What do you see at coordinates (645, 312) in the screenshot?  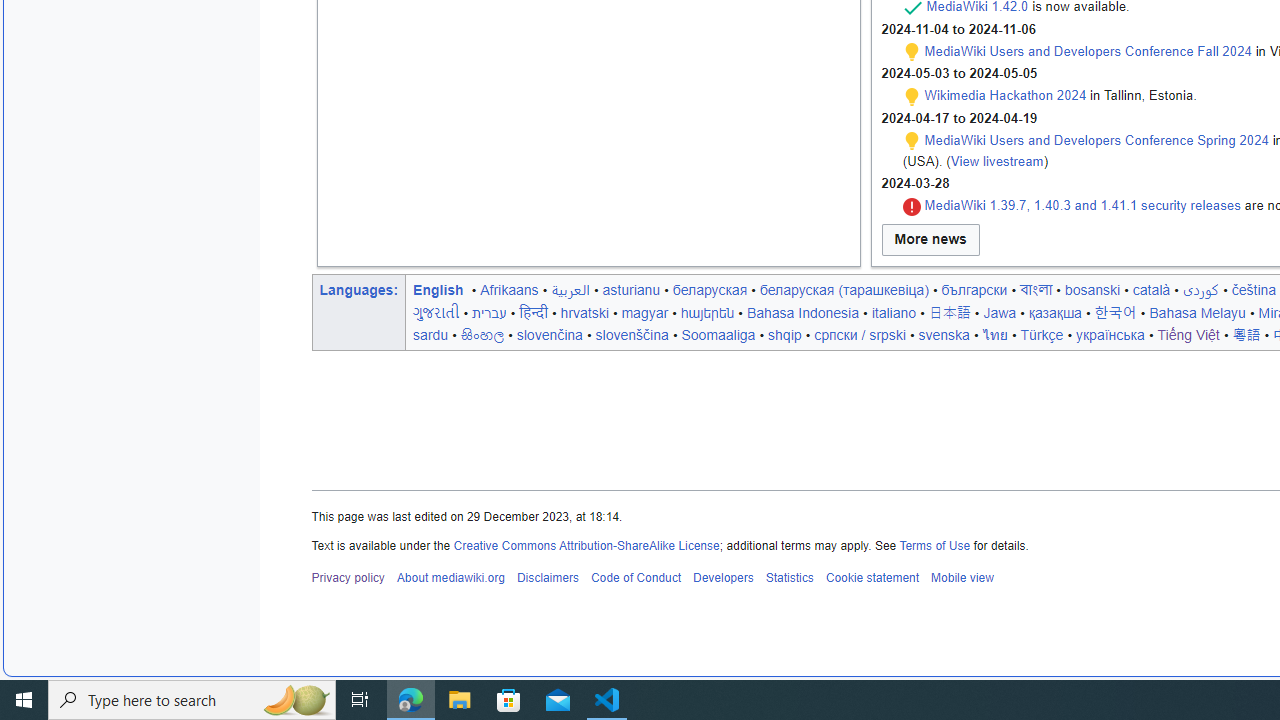 I see `'magyar'` at bounding box center [645, 312].